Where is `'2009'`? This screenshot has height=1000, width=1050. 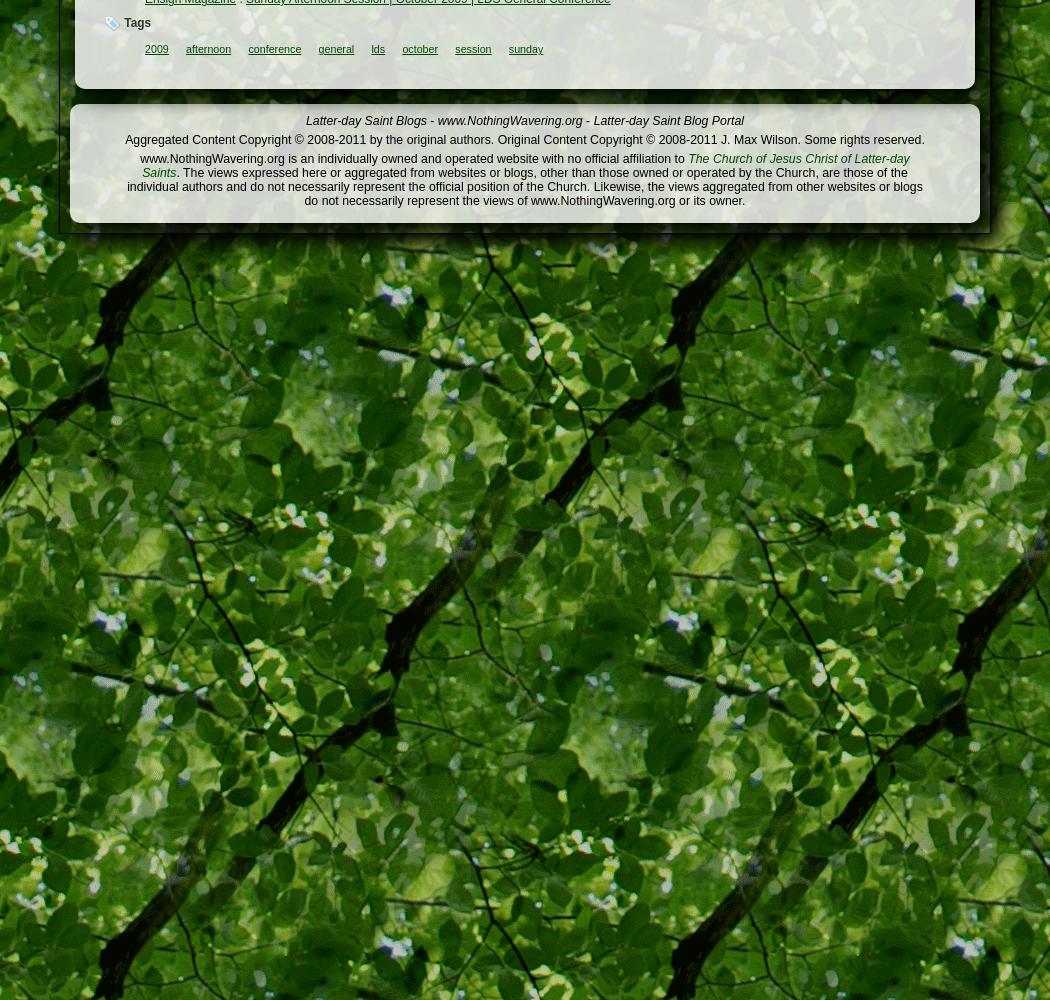
'2009' is located at coordinates (156, 49).